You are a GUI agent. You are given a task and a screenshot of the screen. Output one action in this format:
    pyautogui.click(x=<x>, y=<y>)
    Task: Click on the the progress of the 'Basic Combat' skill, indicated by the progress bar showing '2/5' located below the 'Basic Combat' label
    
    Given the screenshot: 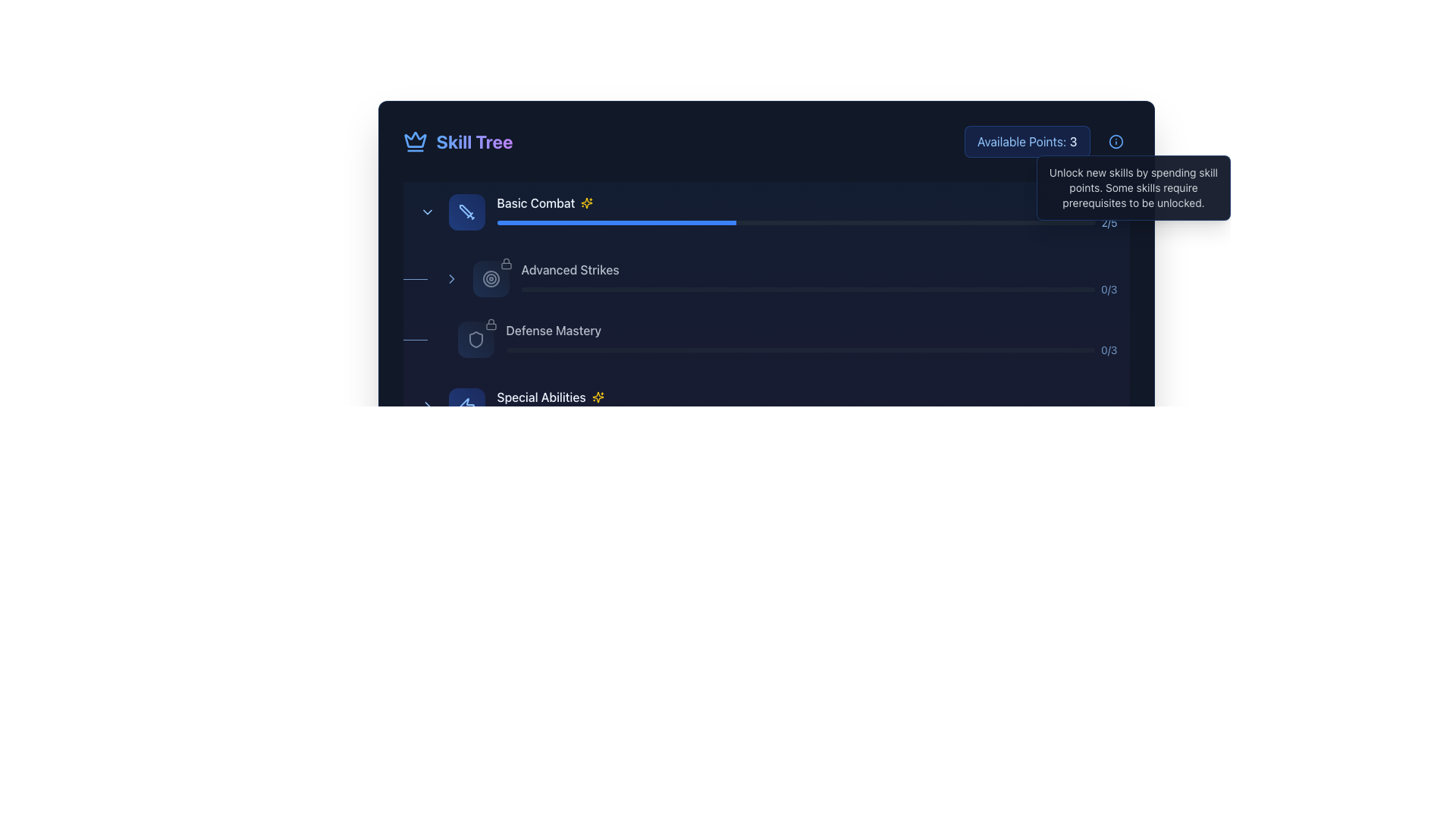 What is the action you would take?
    pyautogui.click(x=806, y=222)
    